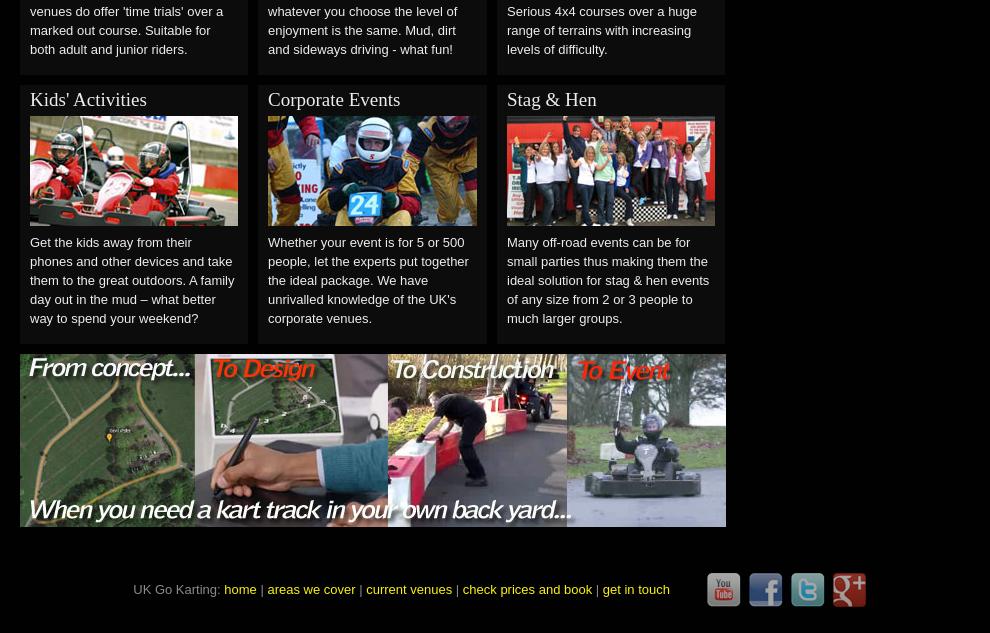  What do you see at coordinates (223, 589) in the screenshot?
I see `'home'` at bounding box center [223, 589].